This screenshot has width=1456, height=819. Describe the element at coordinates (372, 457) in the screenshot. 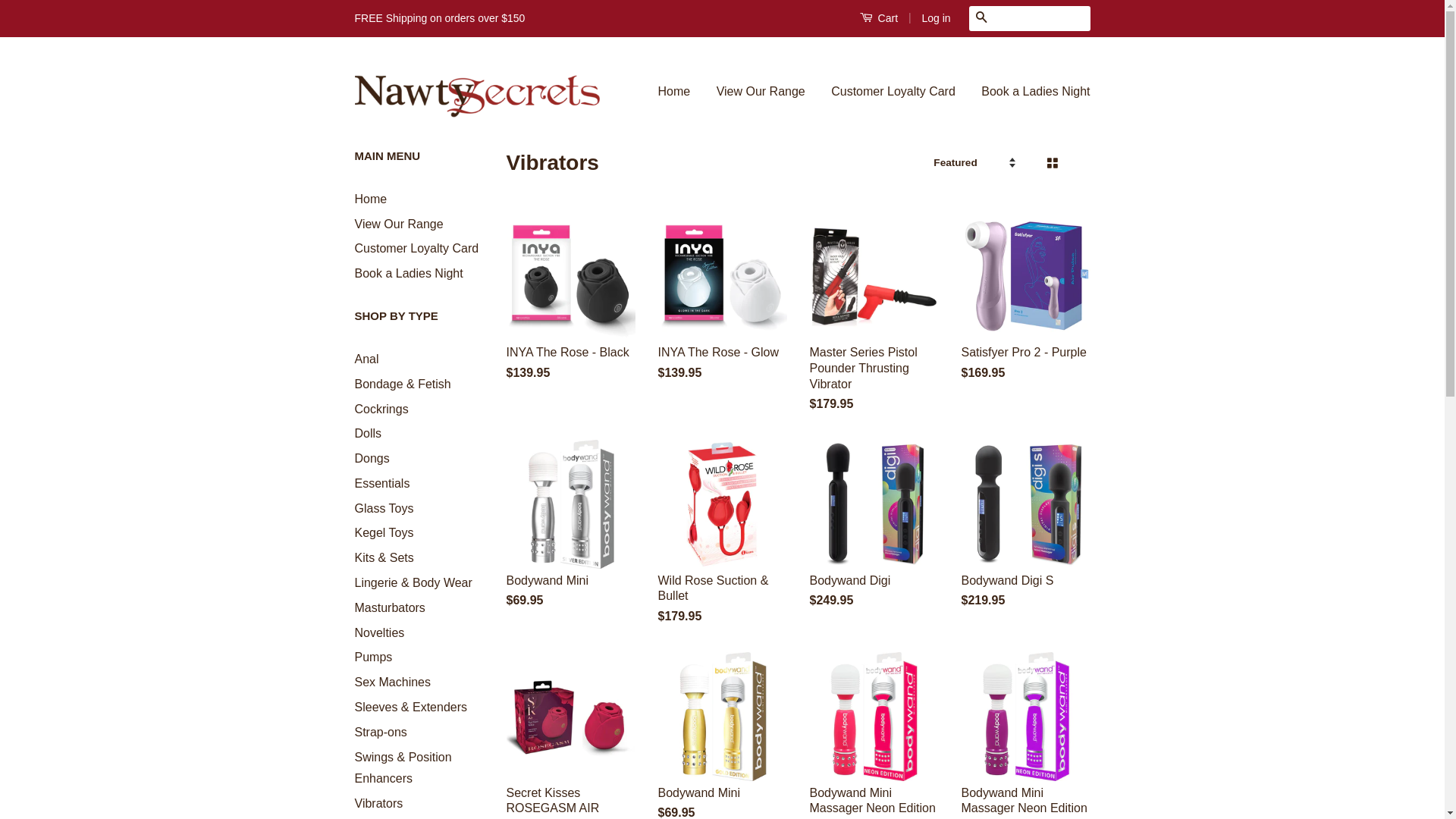

I see `'Dongs'` at that location.